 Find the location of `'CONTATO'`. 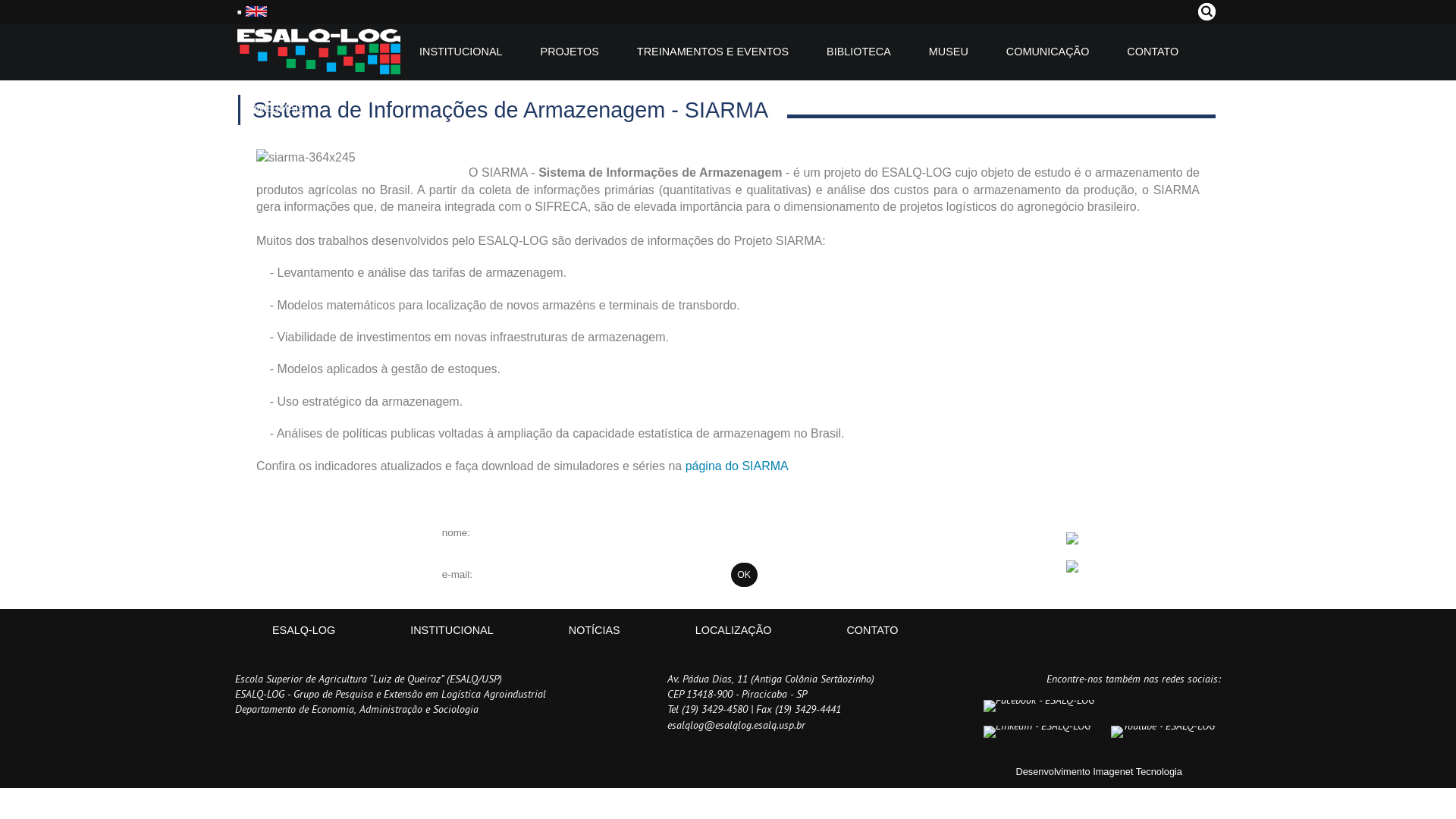

'CONTATO' is located at coordinates (872, 629).